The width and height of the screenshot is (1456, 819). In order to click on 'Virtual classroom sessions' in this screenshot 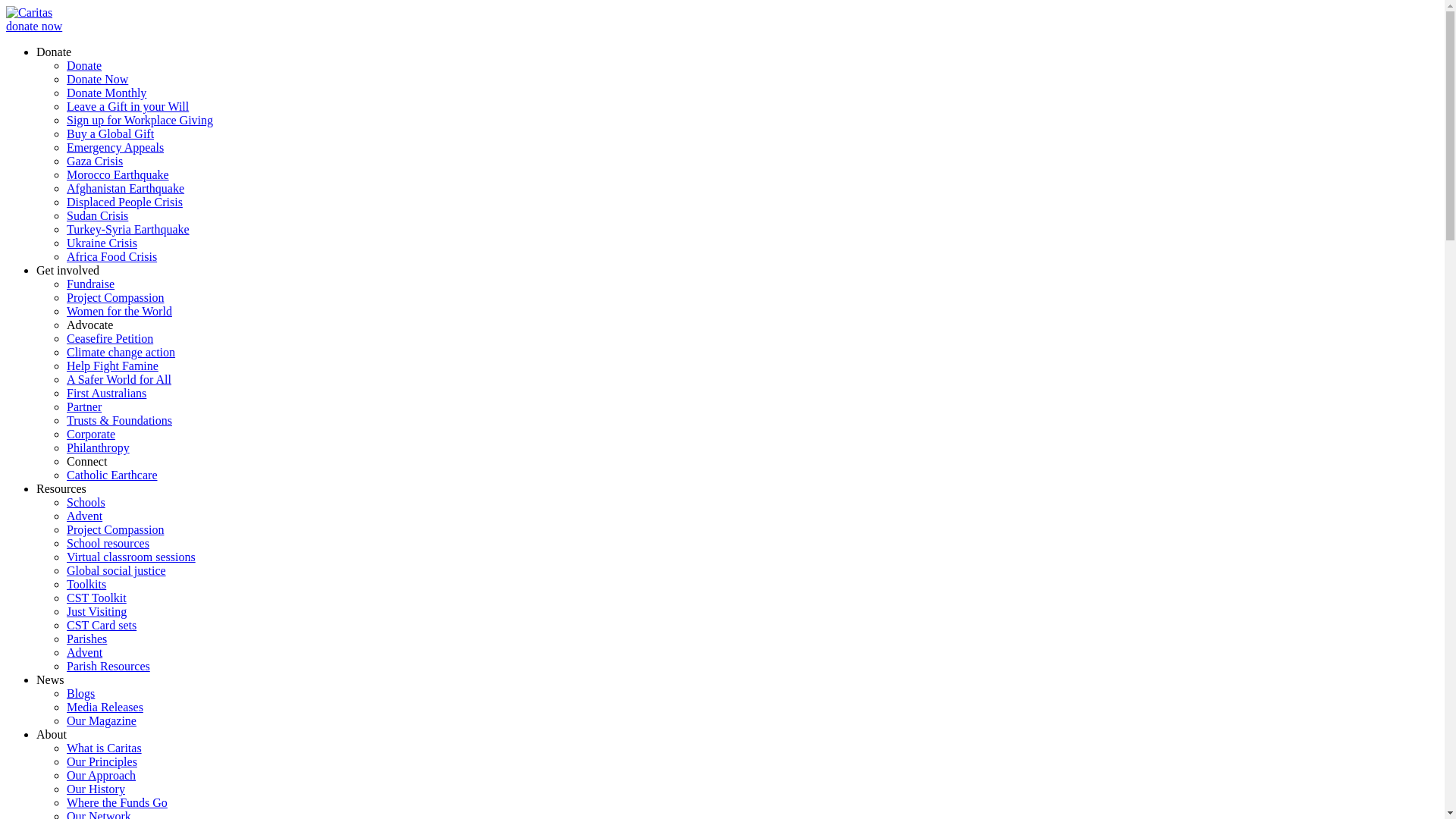, I will do `click(65, 557)`.